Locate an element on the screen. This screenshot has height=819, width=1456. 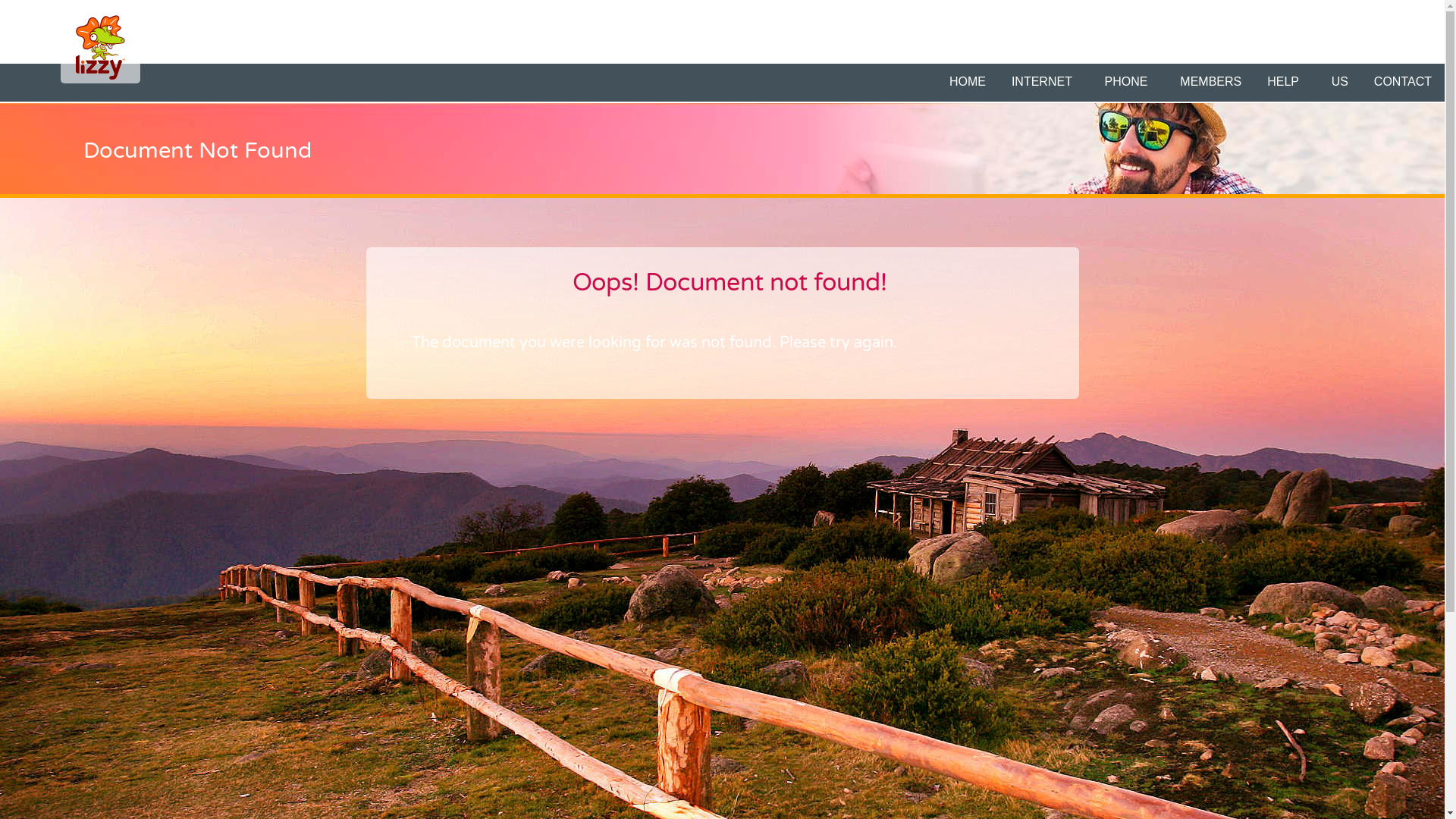
'CONTACT' is located at coordinates (1401, 82).